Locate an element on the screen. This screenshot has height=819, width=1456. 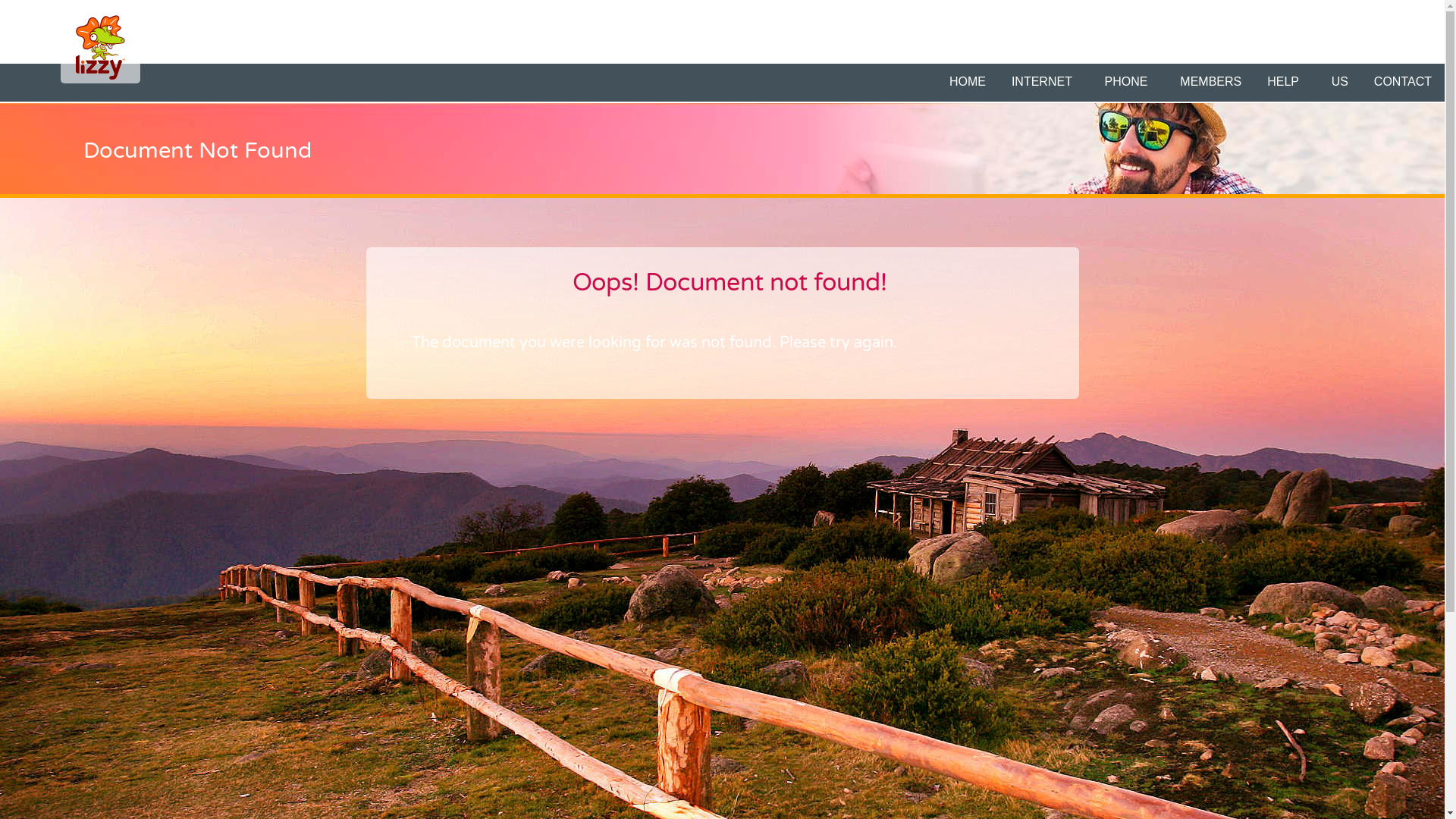
'CONTACT' is located at coordinates (1401, 82).